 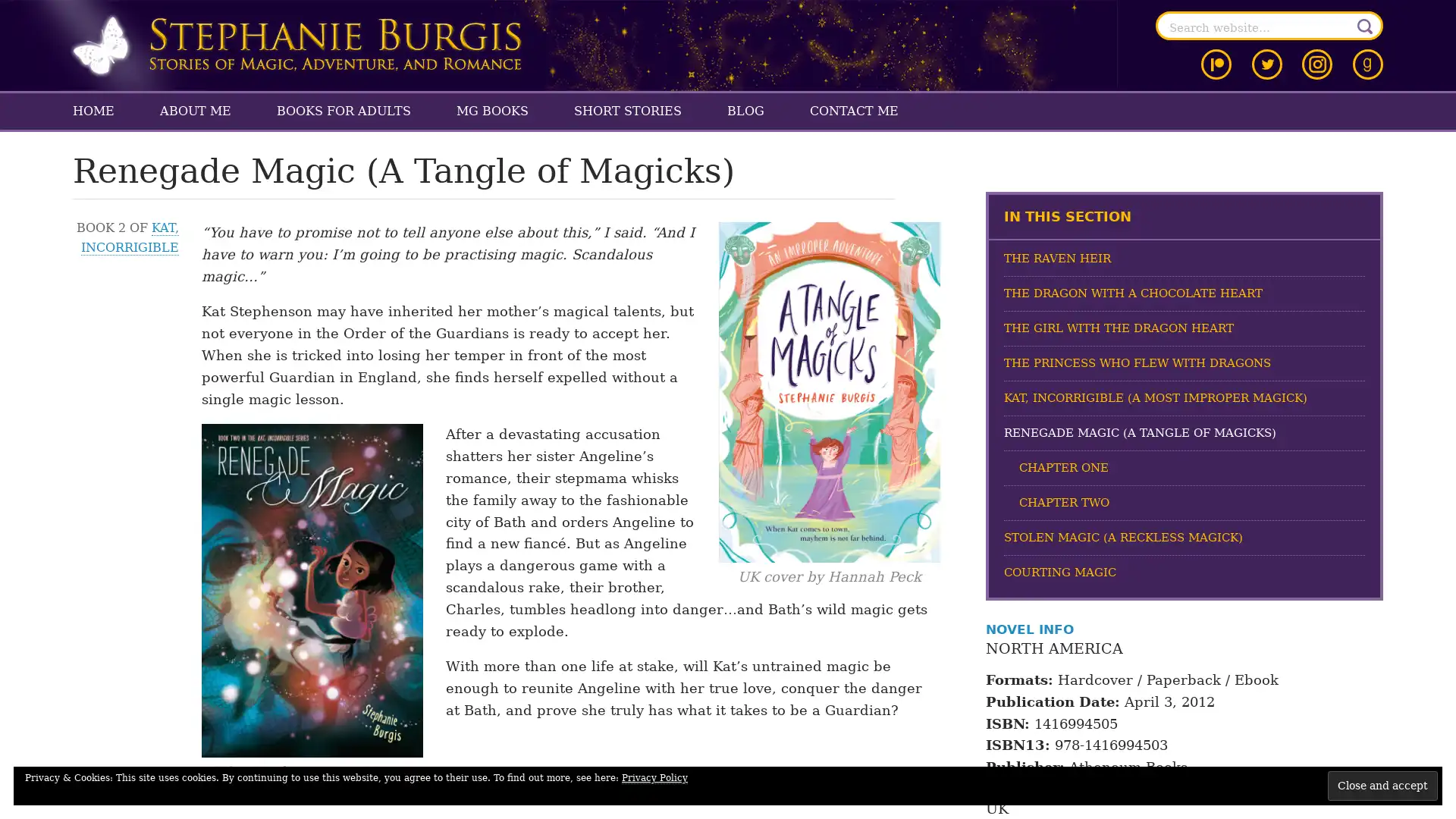 I want to click on Close and accept, so click(x=1382, y=785).